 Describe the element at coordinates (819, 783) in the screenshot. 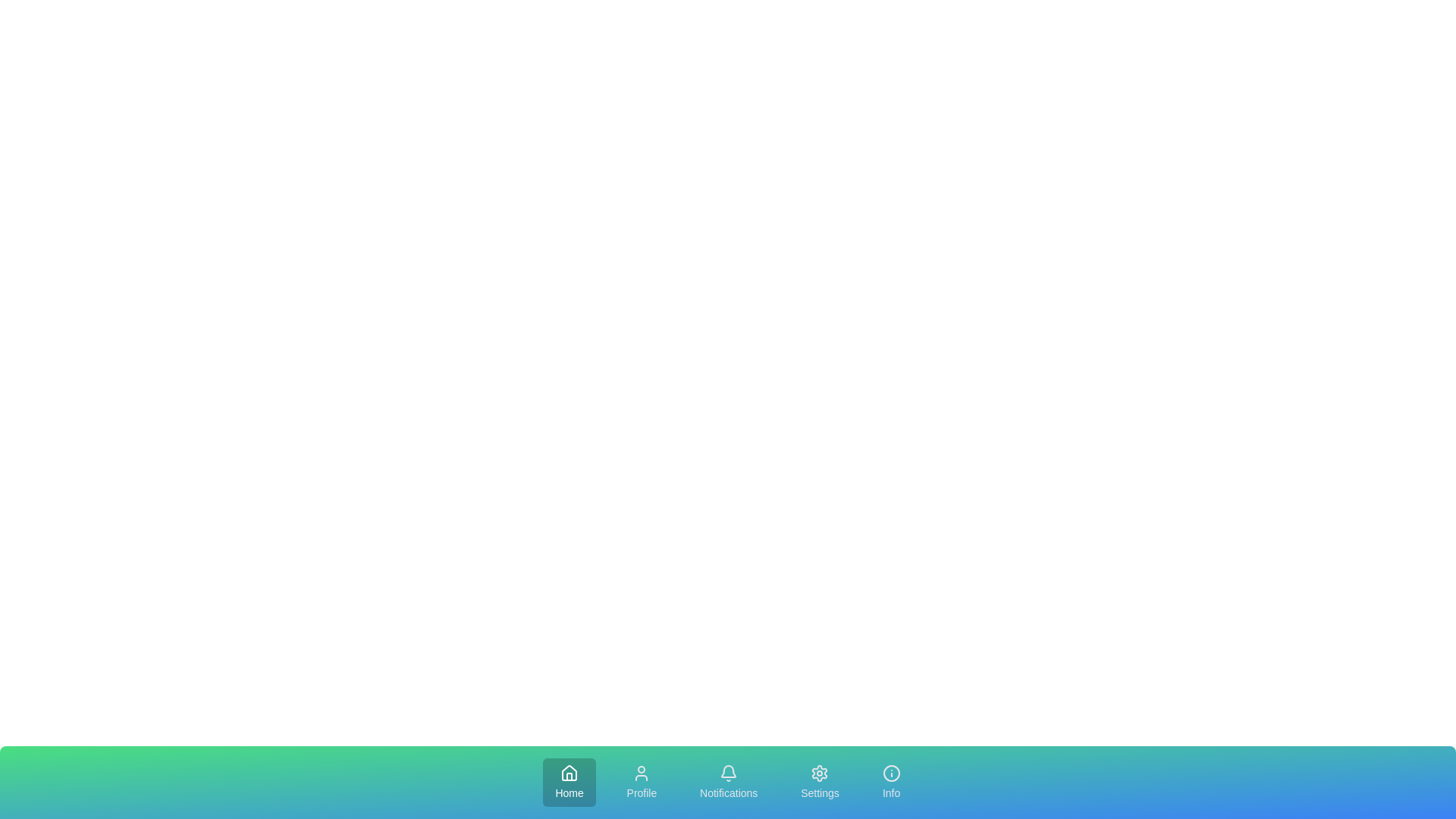

I see `the Settings tab in the bottom navigation bar` at that location.